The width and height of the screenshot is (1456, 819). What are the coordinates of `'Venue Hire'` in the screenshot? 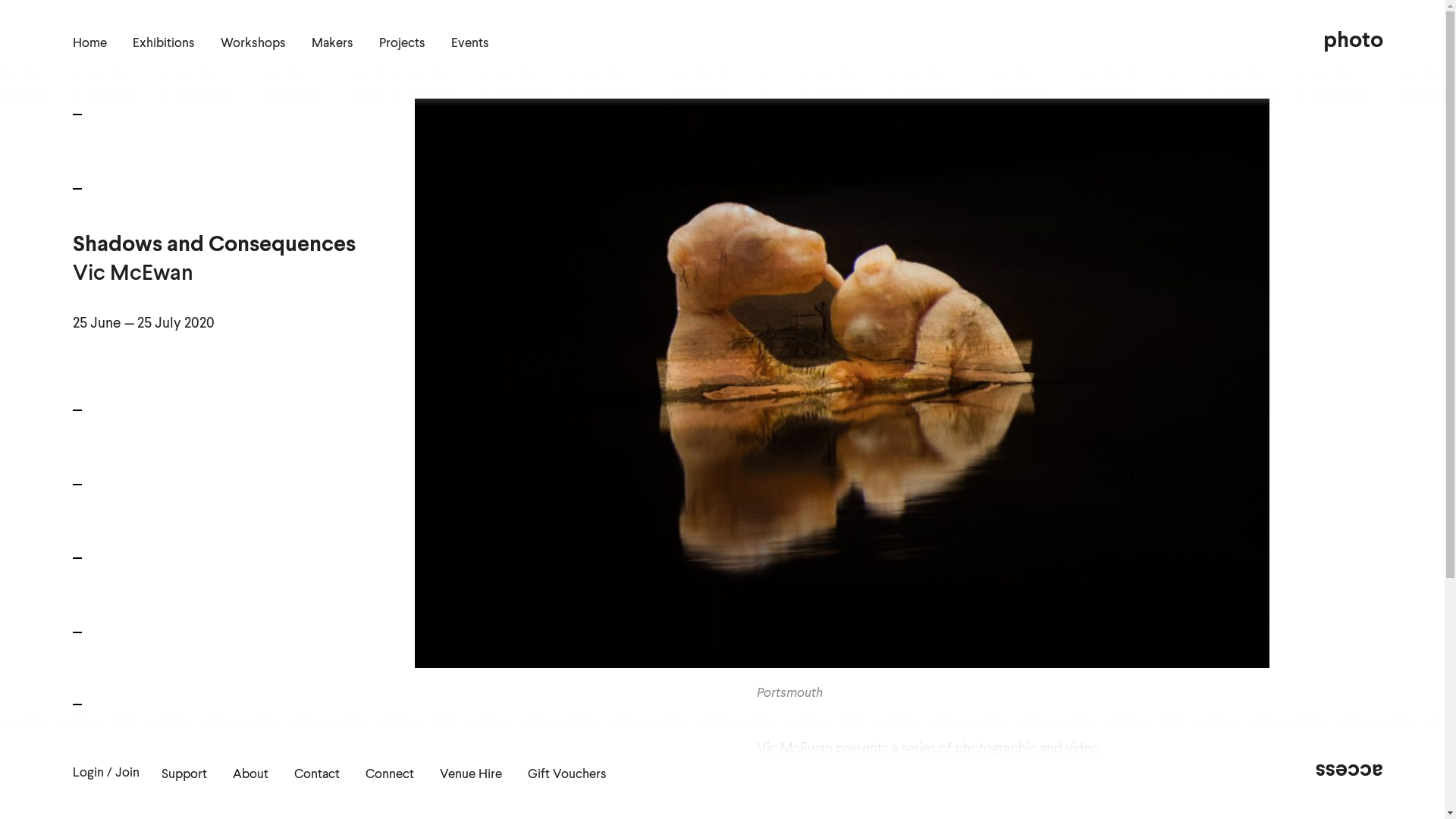 It's located at (469, 774).